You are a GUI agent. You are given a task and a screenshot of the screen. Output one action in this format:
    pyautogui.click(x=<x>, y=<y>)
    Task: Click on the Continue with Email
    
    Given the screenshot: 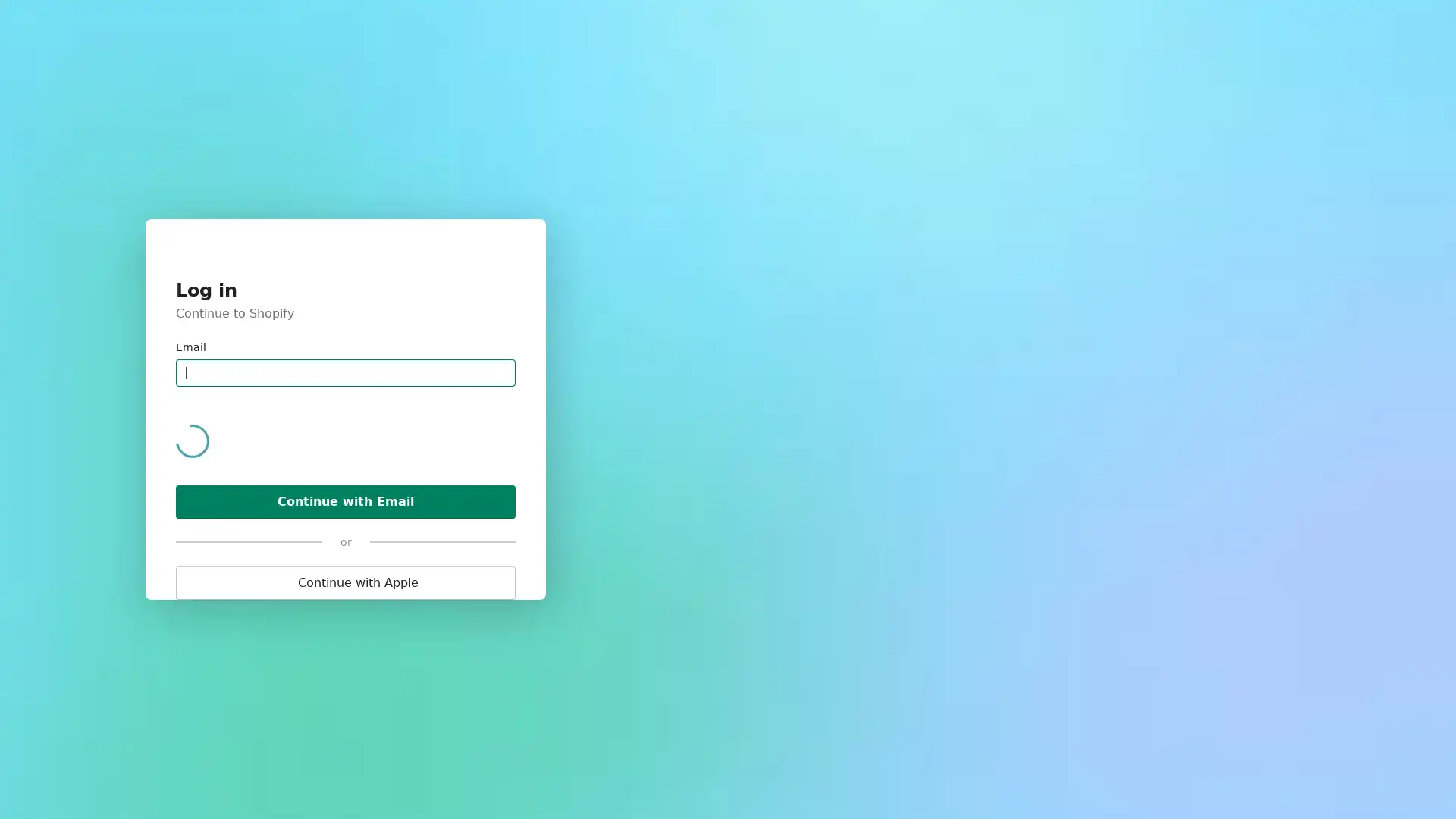 What is the action you would take?
    pyautogui.click(x=345, y=403)
    